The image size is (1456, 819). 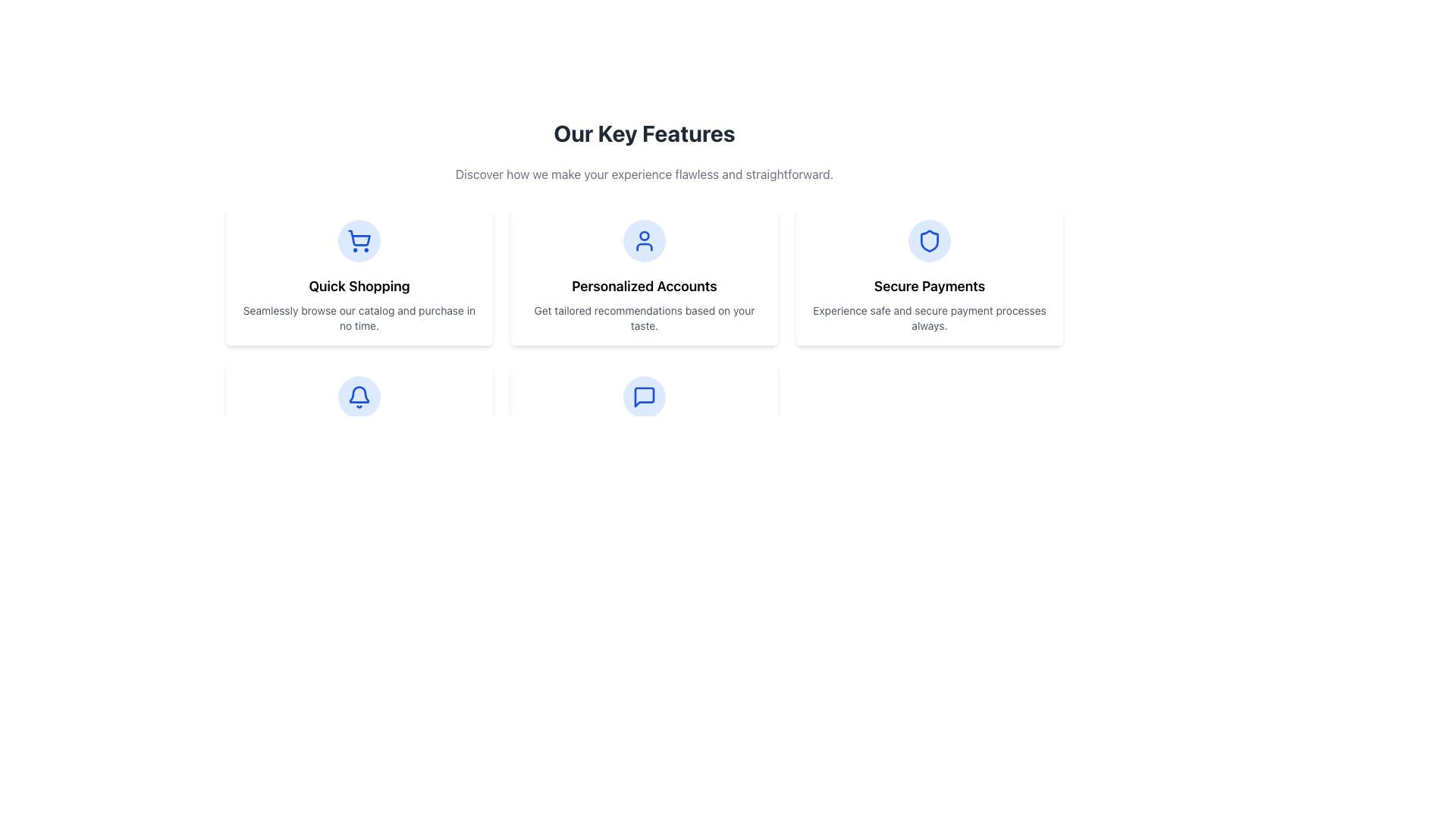 I want to click on the shopping-cart icon with a blue outline and circular blue wheels, located inside the rounded blue background circle in the leftmost feature card under 'Our Key Features', so click(x=359, y=240).